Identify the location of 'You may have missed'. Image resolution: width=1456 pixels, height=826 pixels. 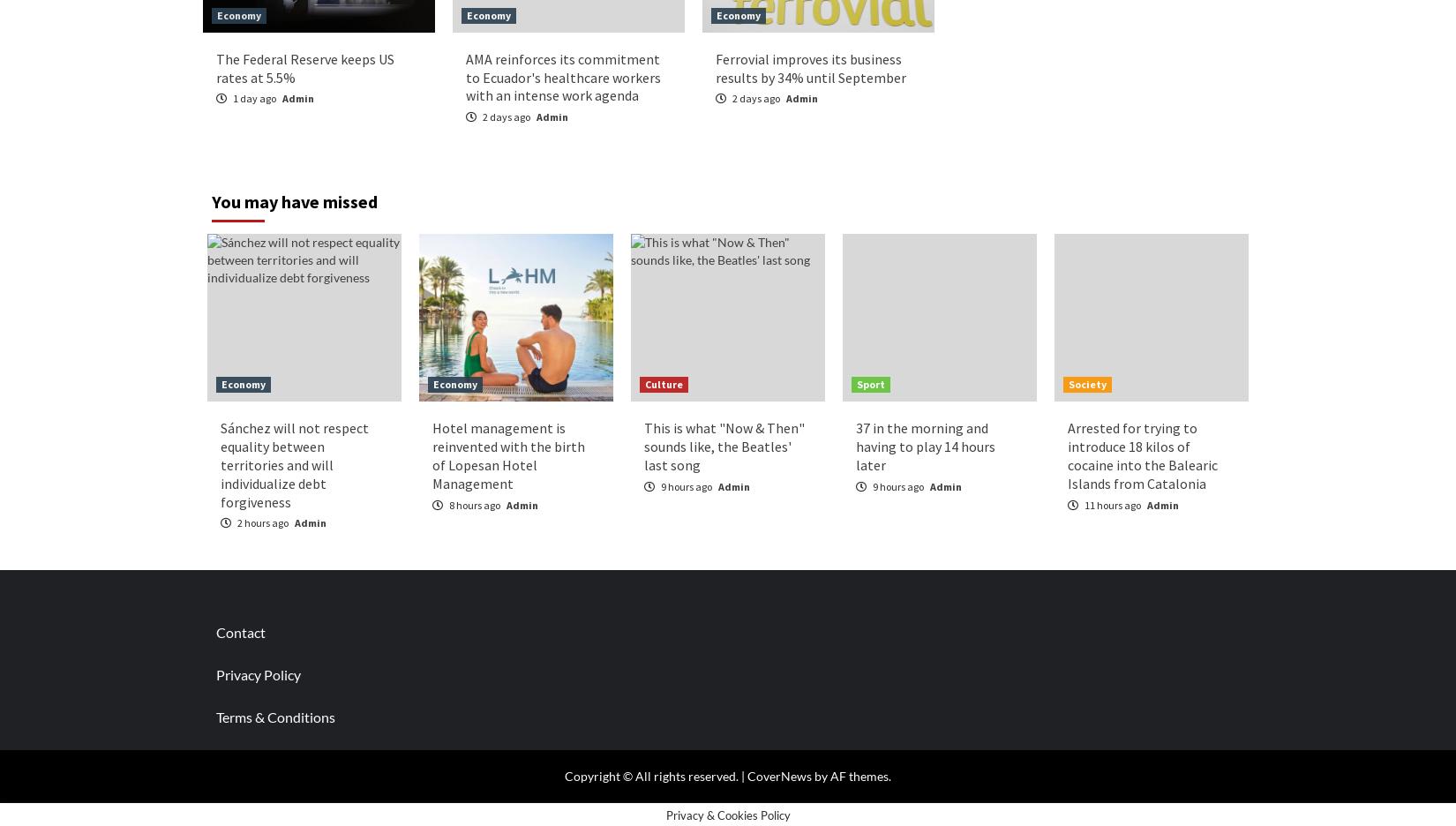
(294, 201).